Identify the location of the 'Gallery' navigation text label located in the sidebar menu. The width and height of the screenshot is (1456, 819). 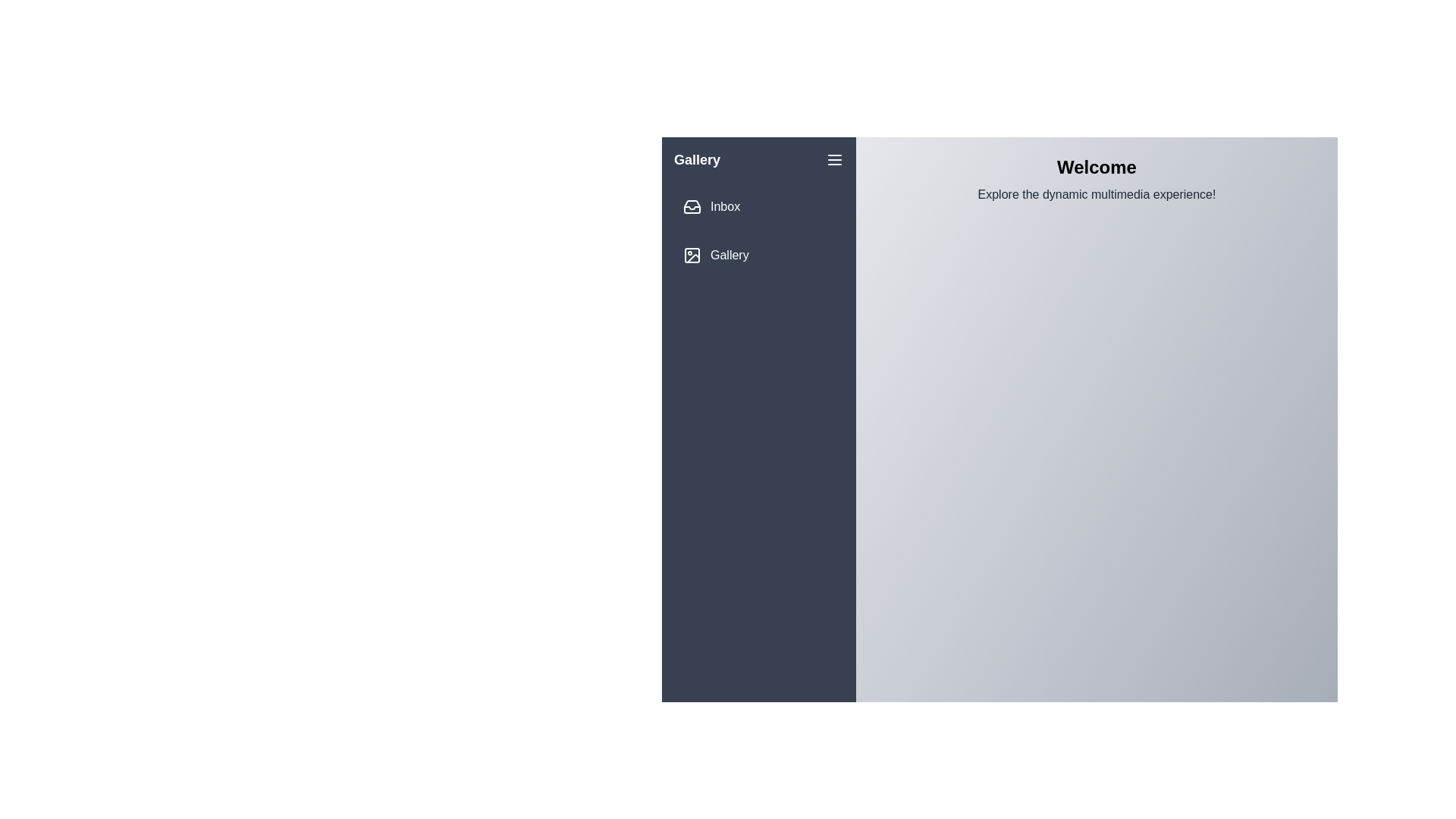
(729, 254).